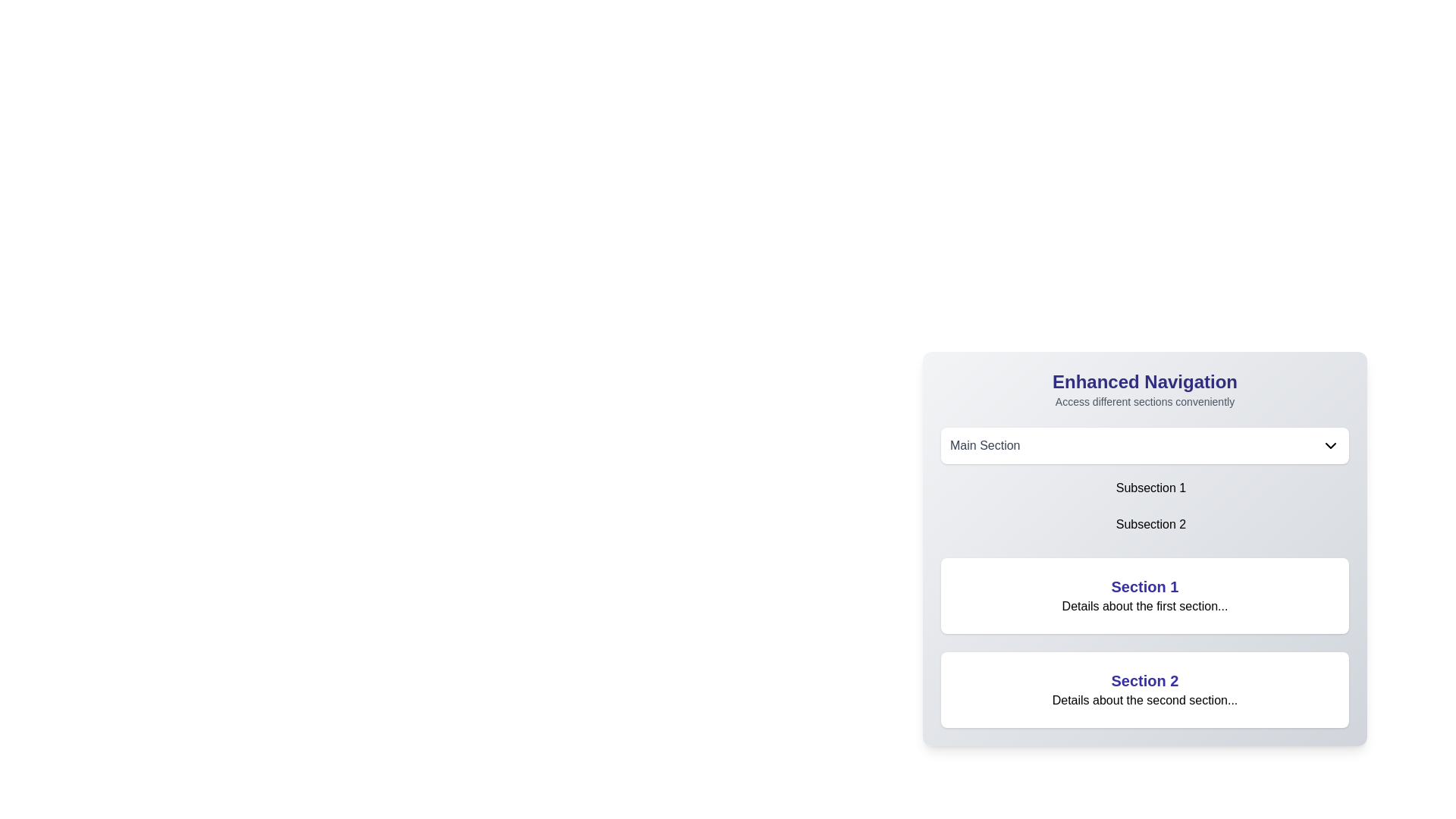  Describe the element at coordinates (1145, 483) in the screenshot. I see `the Dropdown menu with selectable items located in the 'Enhanced Navigation' card` at that location.